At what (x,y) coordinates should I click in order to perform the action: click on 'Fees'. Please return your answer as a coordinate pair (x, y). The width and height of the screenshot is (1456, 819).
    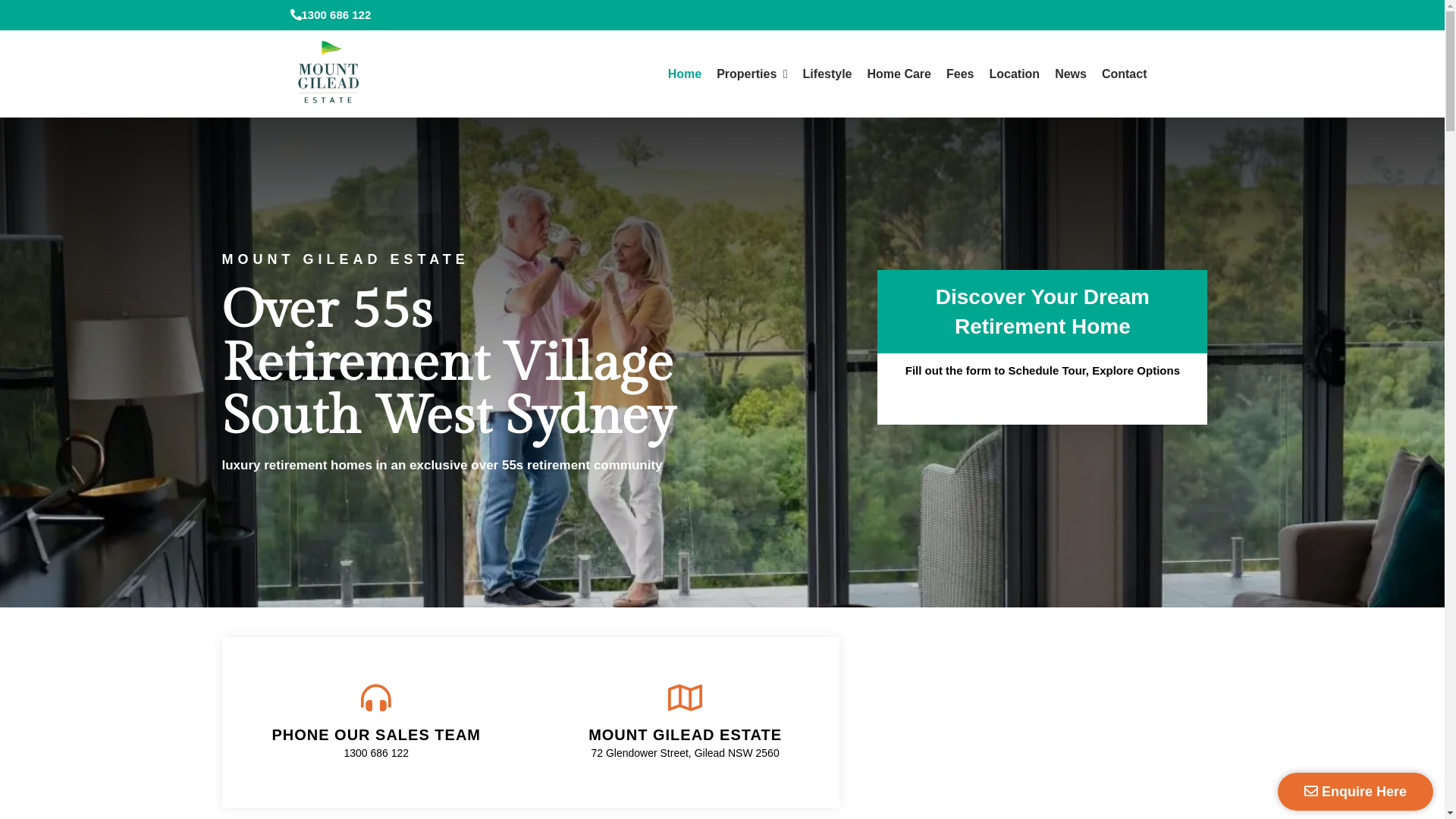
    Looking at the image, I should click on (959, 74).